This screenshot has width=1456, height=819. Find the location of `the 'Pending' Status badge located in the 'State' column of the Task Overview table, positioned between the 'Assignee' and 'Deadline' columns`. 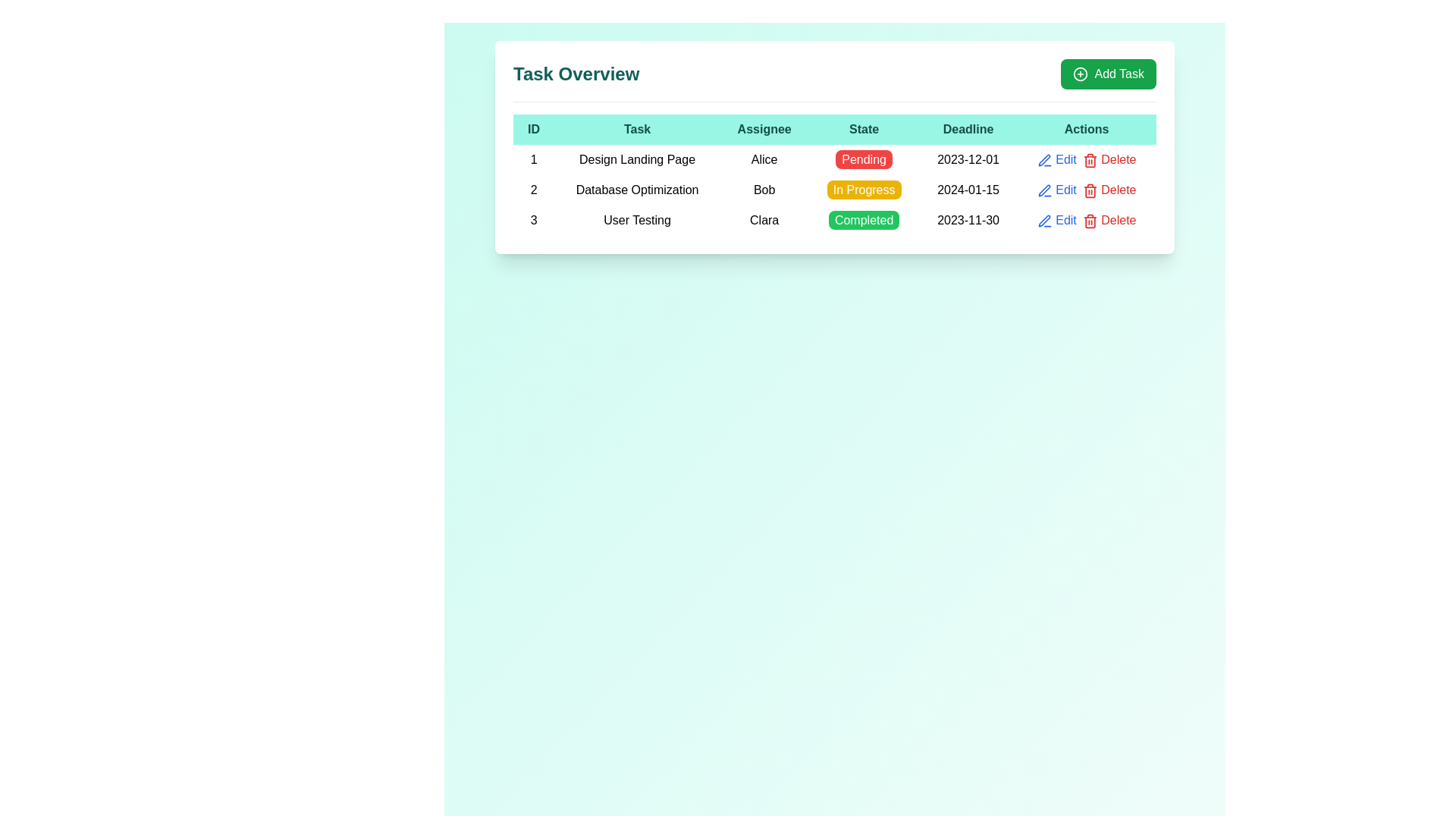

the 'Pending' Status badge located in the 'State' column of the Task Overview table, positioned between the 'Assignee' and 'Deadline' columns is located at coordinates (864, 159).